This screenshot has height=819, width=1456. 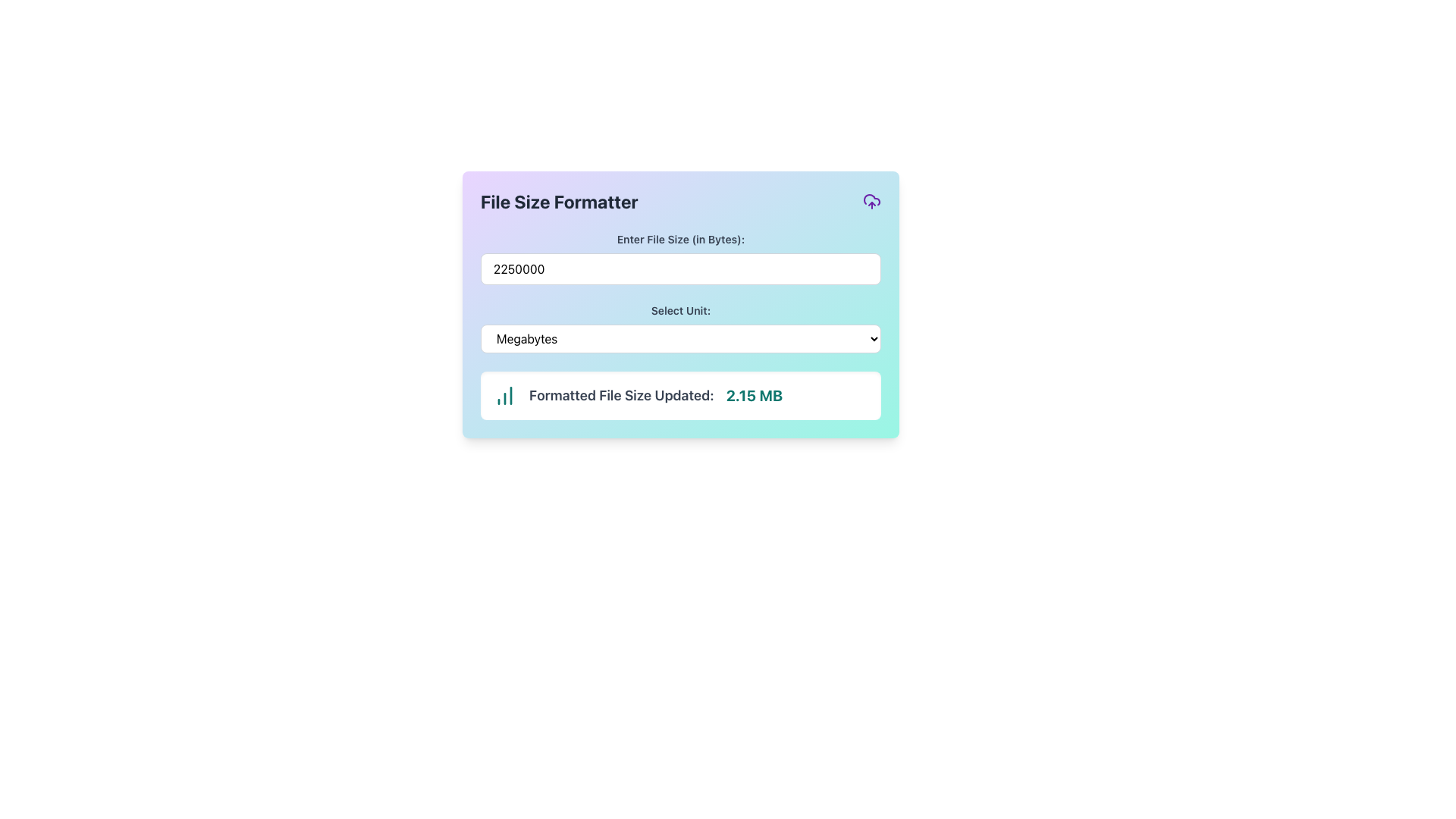 I want to click on a unit from the dropdown menu labeled 'Select Unit:' which currently displays 'Megabytes', so click(x=679, y=327).